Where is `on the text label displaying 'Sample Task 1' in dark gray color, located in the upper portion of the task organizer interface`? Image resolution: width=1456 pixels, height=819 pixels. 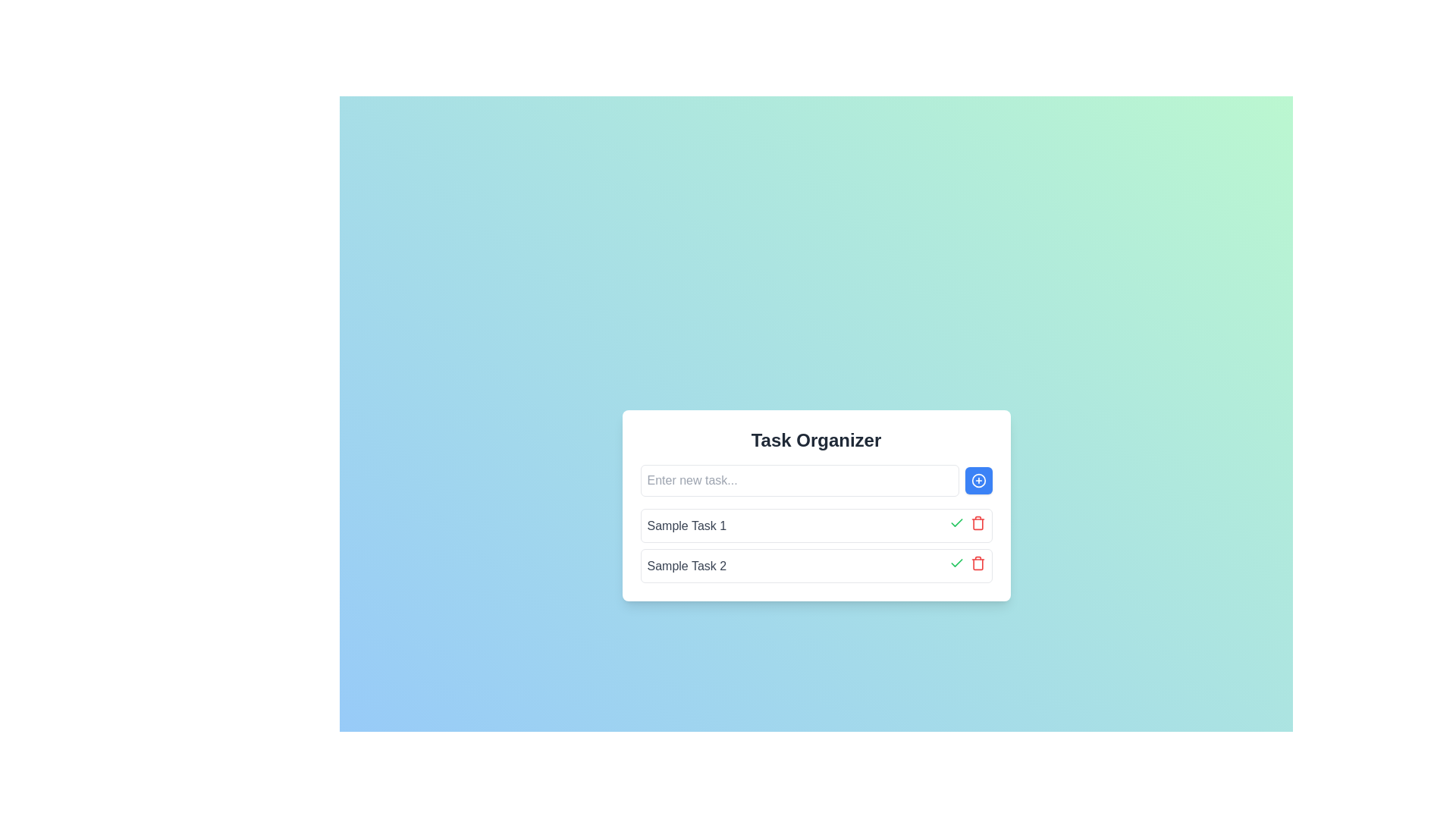 on the text label displaying 'Sample Task 1' in dark gray color, located in the upper portion of the task organizer interface is located at coordinates (686, 525).